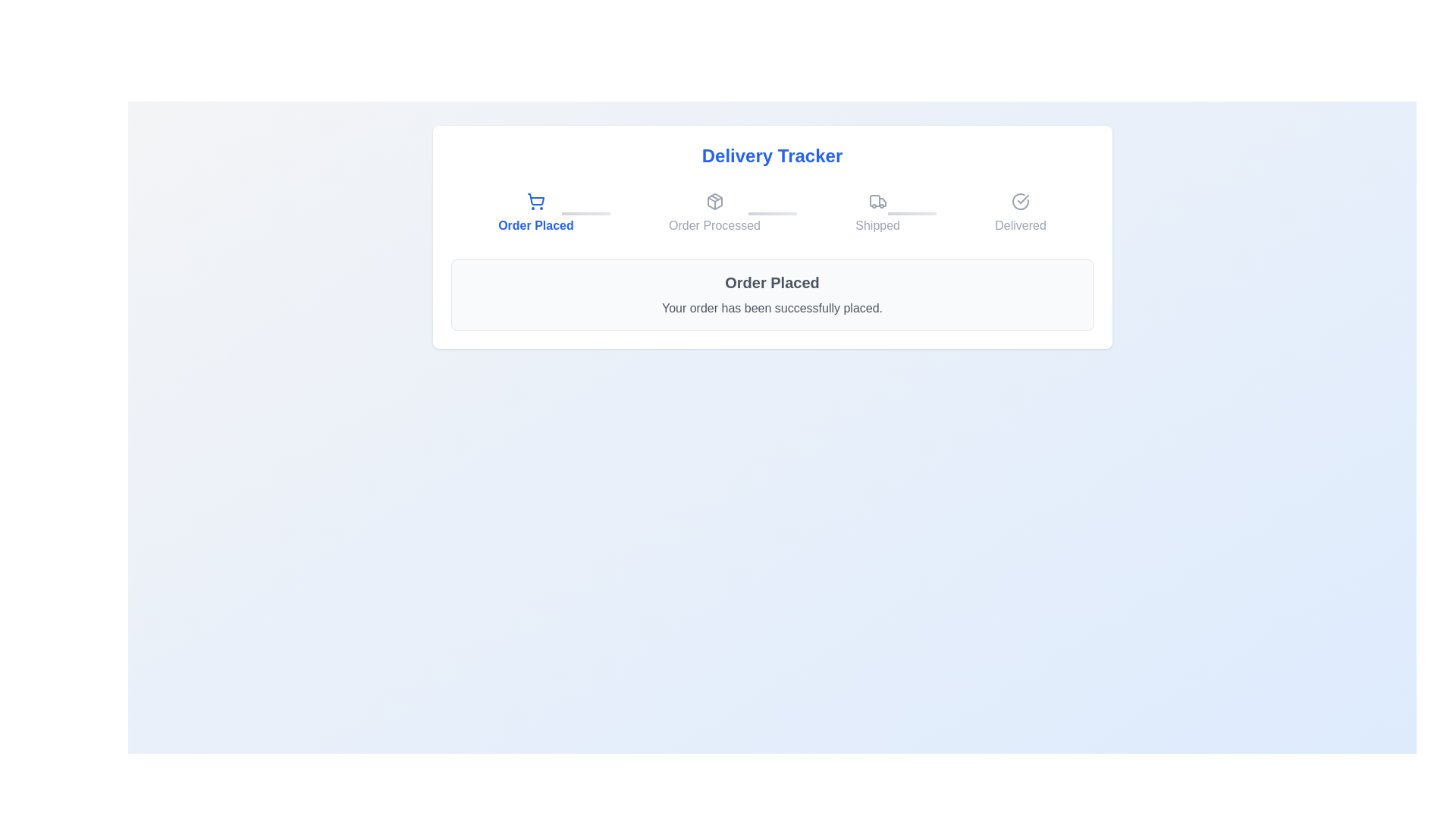 The image size is (1456, 819). What do you see at coordinates (877, 213) in the screenshot?
I see `the step icon corresponding to Shipped to navigate to that step` at bounding box center [877, 213].